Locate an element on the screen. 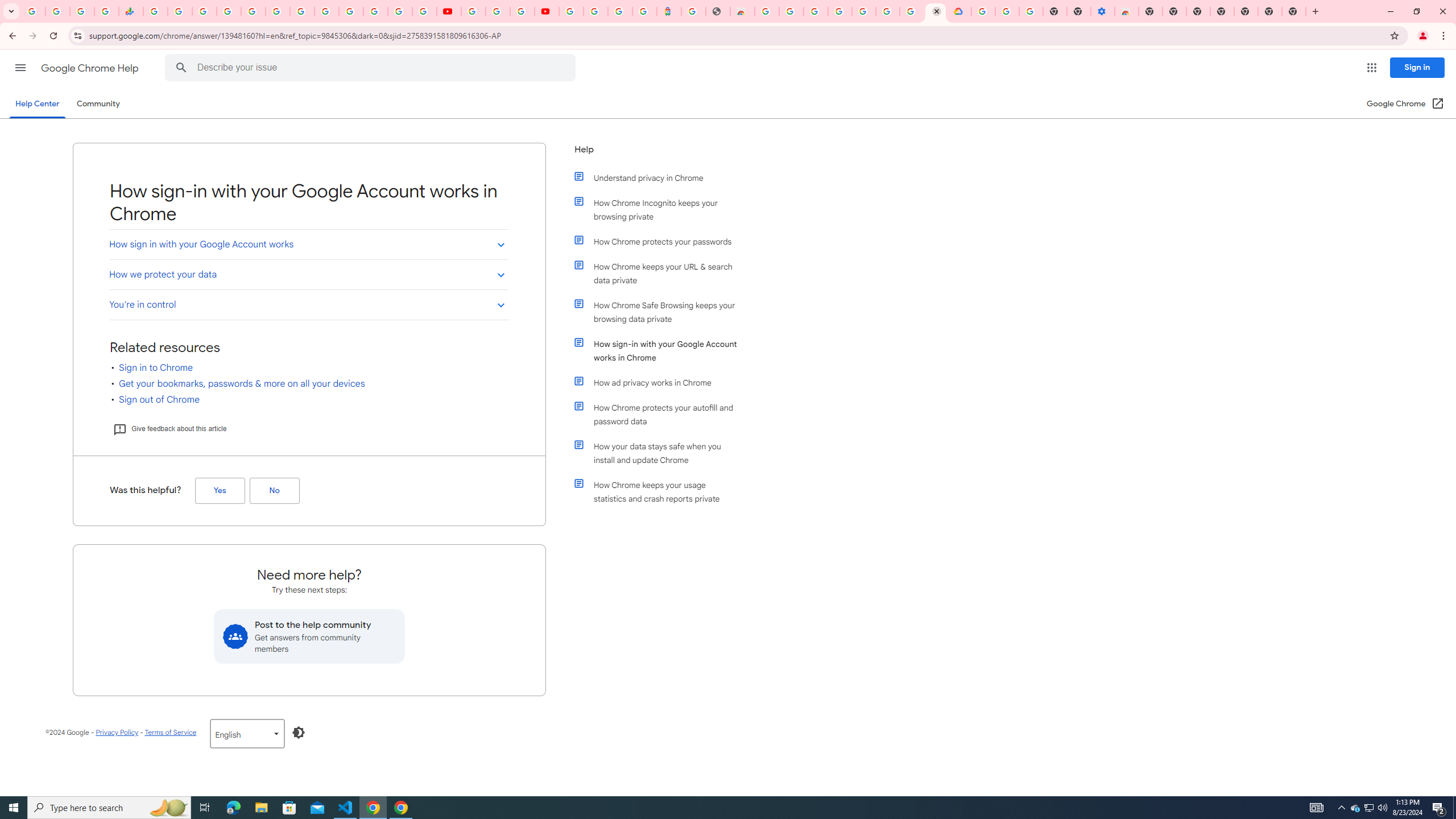 Image resolution: width=1456 pixels, height=819 pixels. 'Sign in - Google Accounts' is located at coordinates (227, 11).